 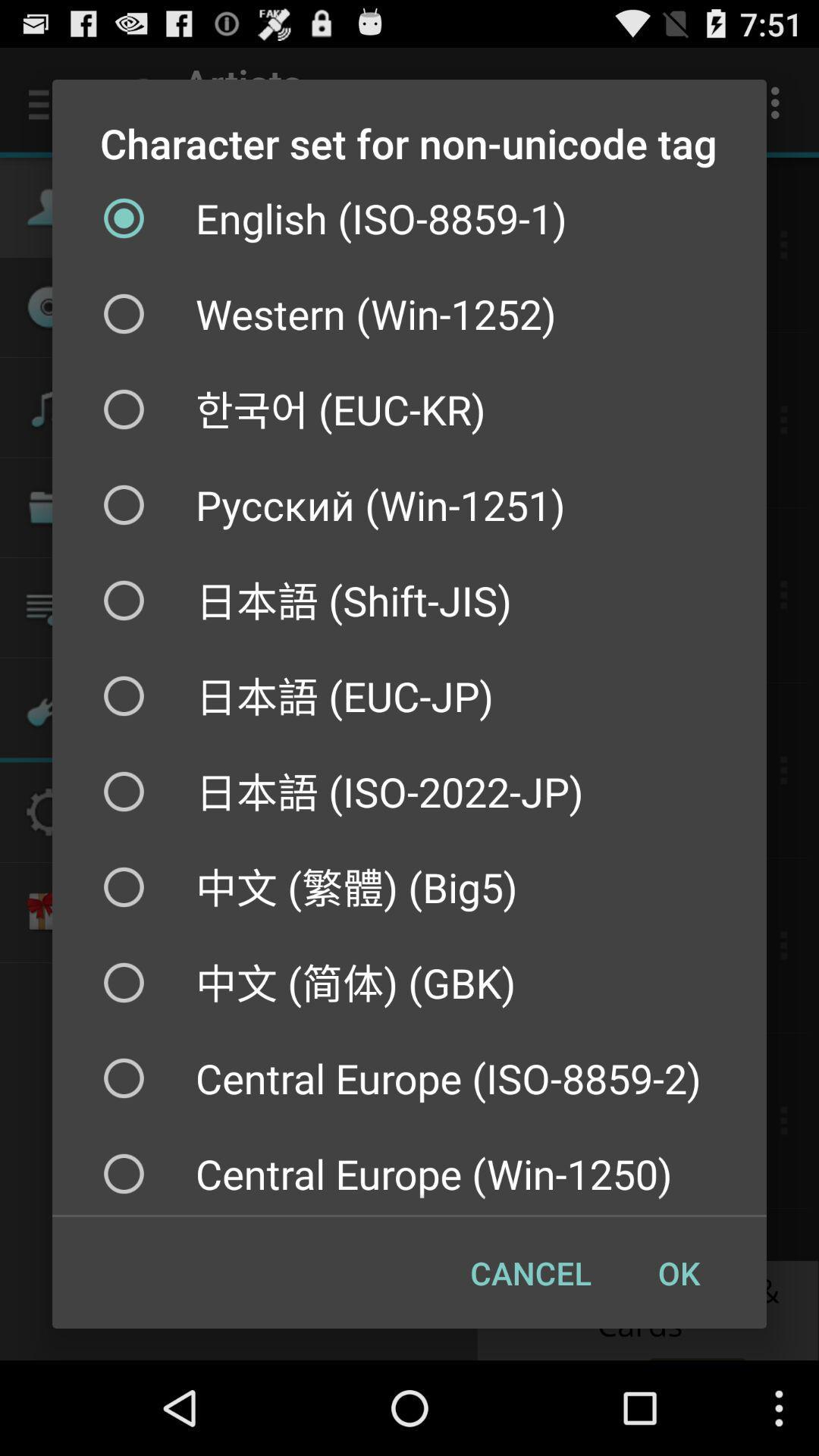 I want to click on checkbox below central europe win icon, so click(x=530, y=1272).